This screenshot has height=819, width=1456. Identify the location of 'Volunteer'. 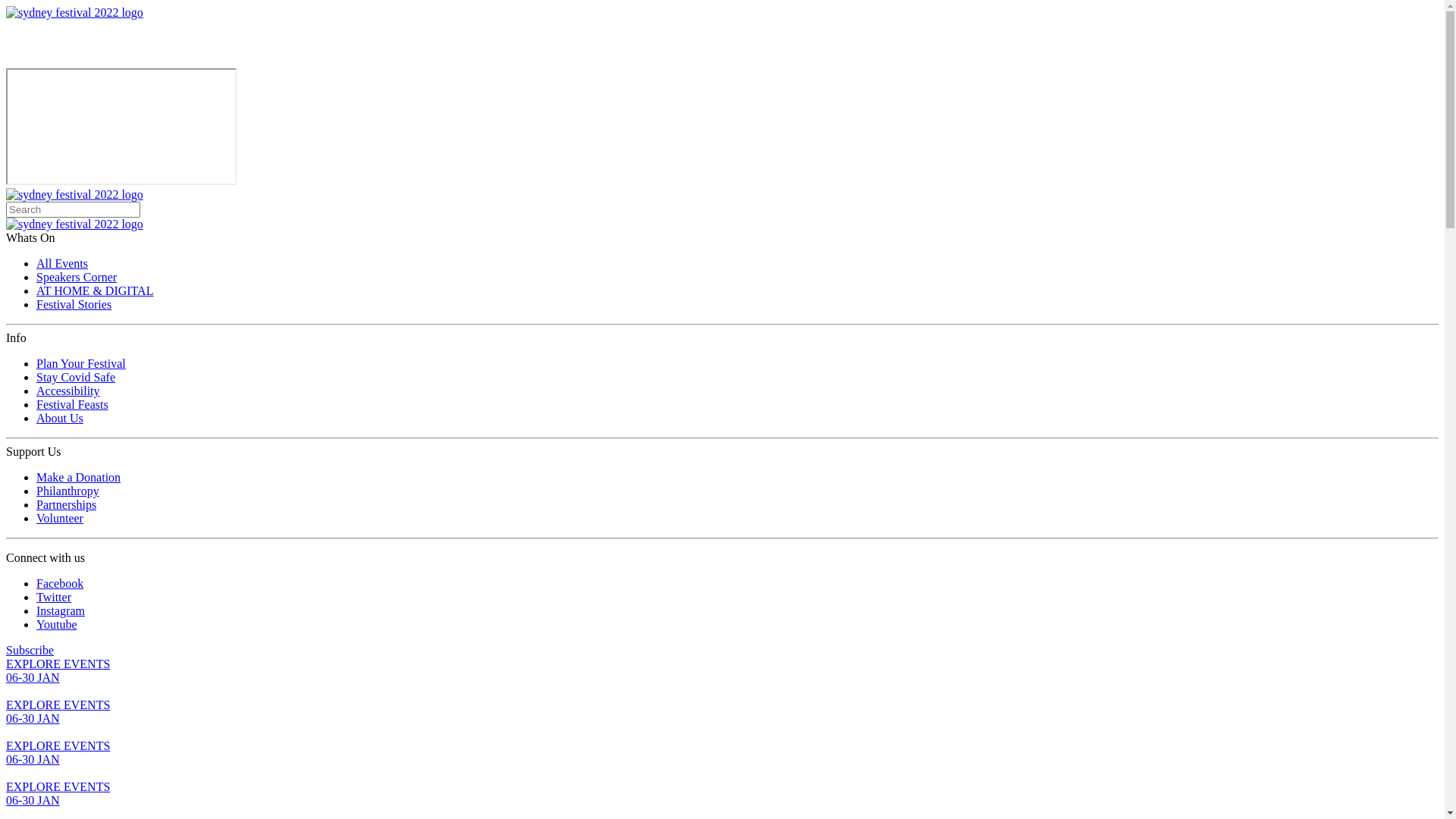
(59, 517).